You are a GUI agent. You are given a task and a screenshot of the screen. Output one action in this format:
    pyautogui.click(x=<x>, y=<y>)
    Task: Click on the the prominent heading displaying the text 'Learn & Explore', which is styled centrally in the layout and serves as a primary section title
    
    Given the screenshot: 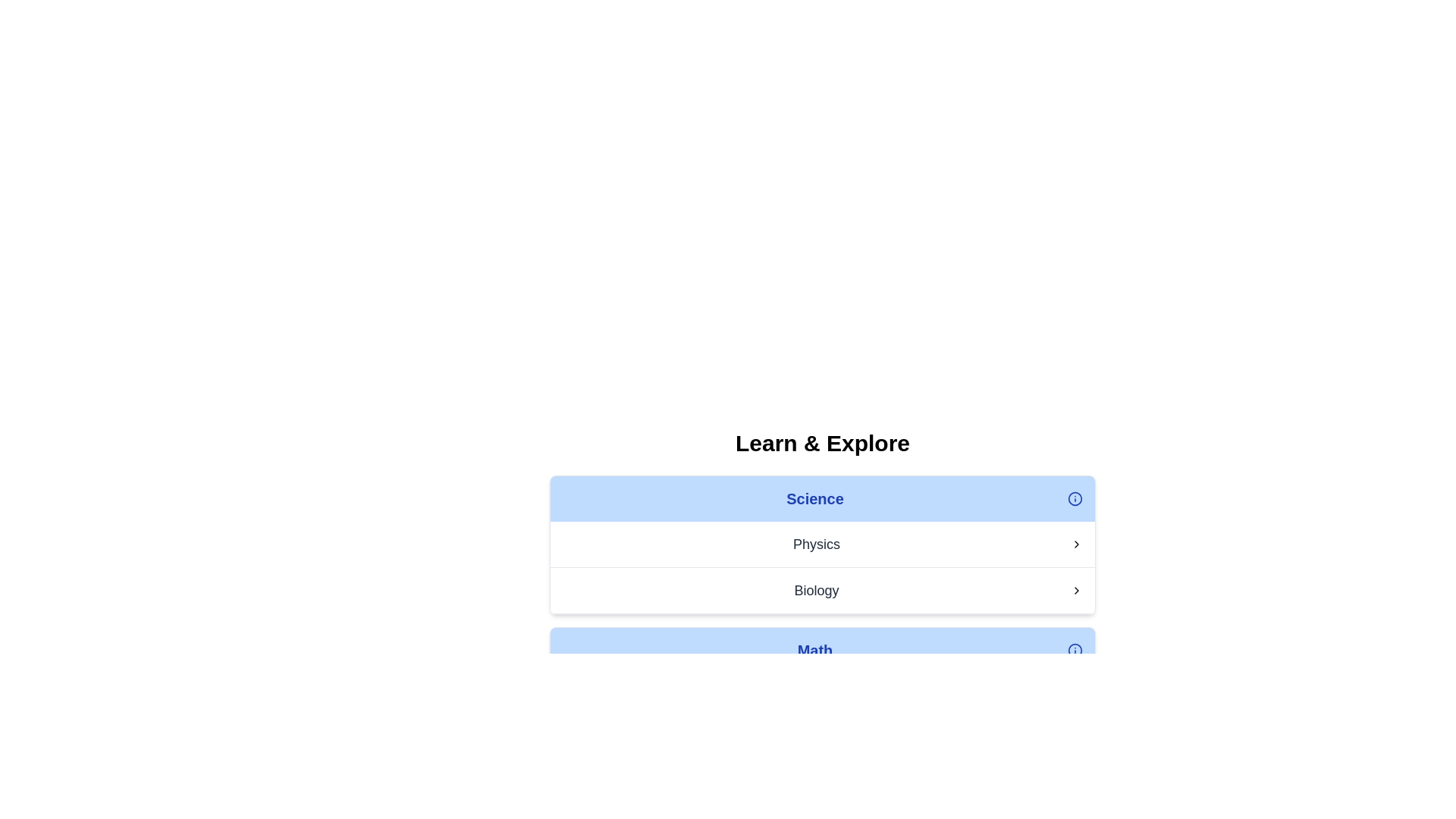 What is the action you would take?
    pyautogui.click(x=821, y=444)
    